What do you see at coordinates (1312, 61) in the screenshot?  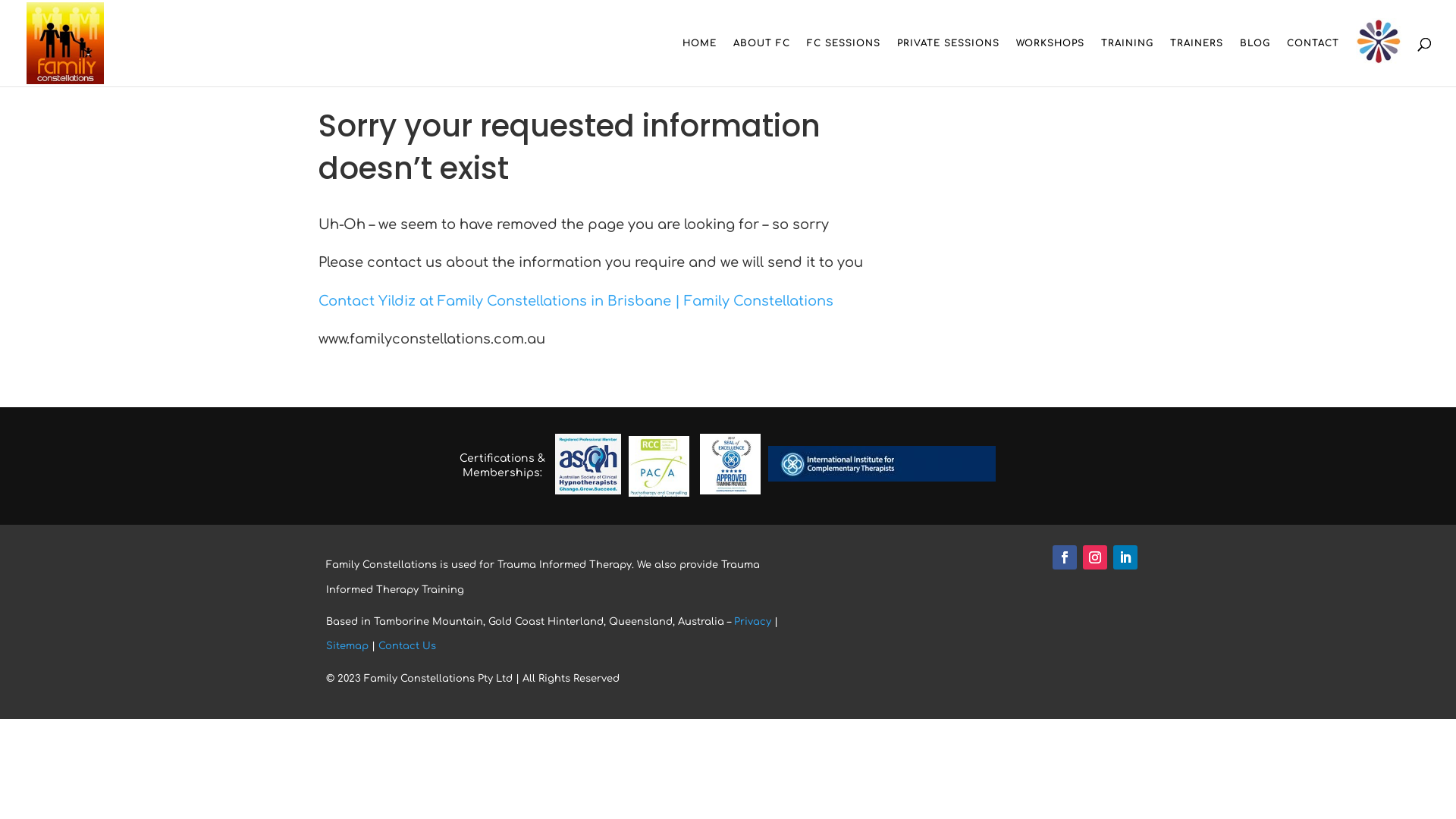 I see `'CONTACT'` at bounding box center [1312, 61].